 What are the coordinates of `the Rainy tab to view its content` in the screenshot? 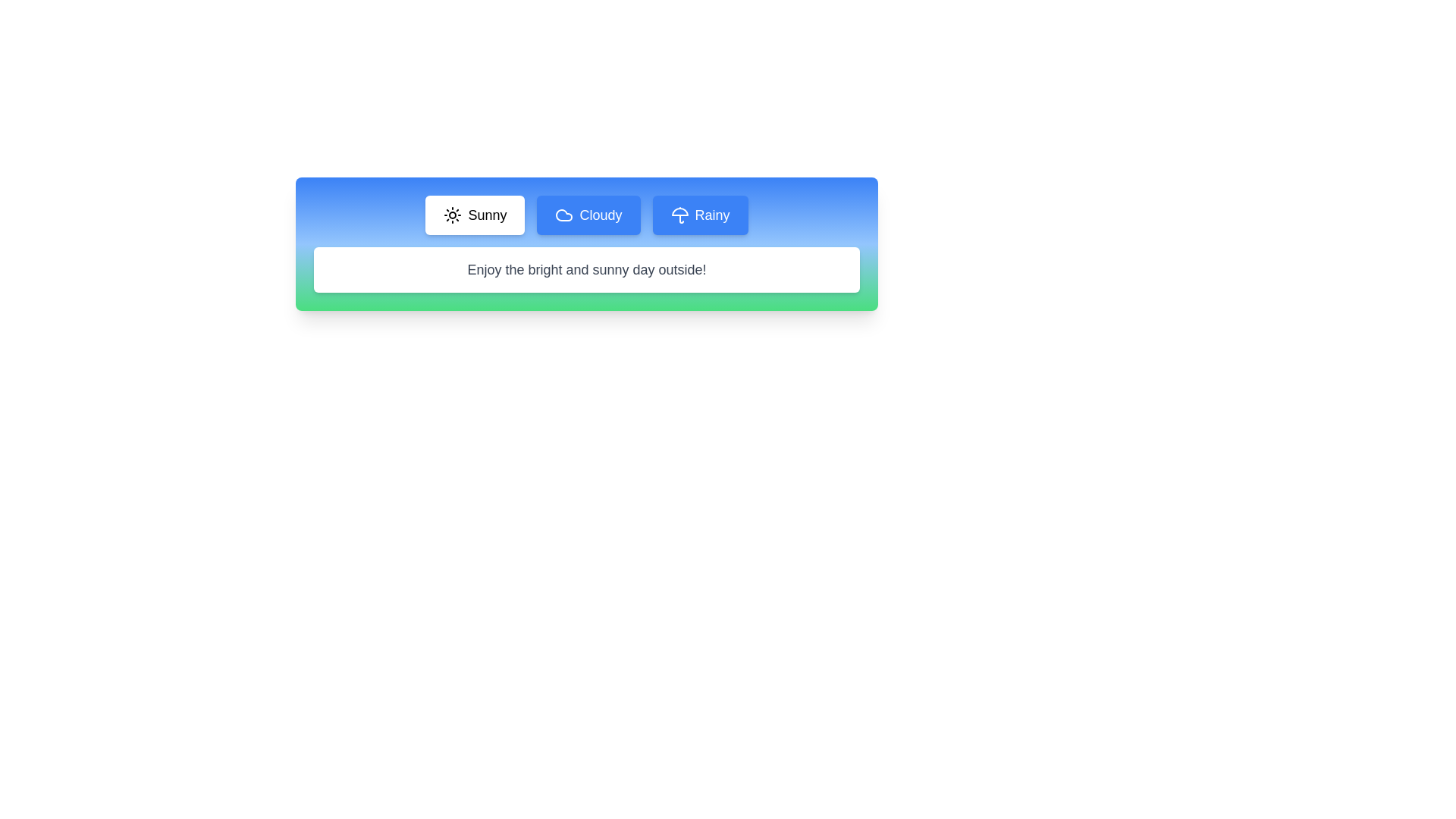 It's located at (699, 215).